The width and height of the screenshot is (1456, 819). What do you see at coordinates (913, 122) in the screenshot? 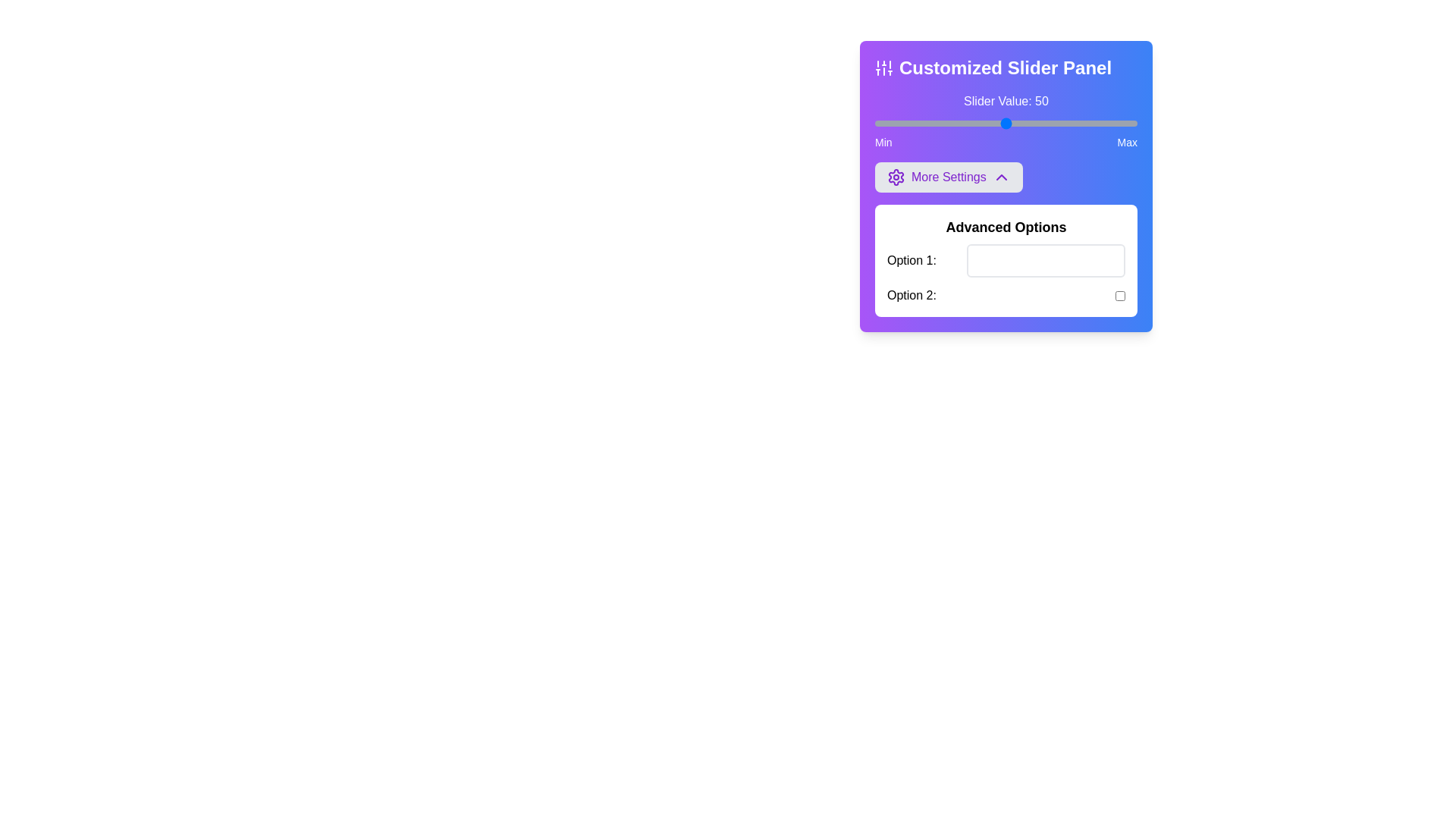
I see `the slider's value` at bounding box center [913, 122].